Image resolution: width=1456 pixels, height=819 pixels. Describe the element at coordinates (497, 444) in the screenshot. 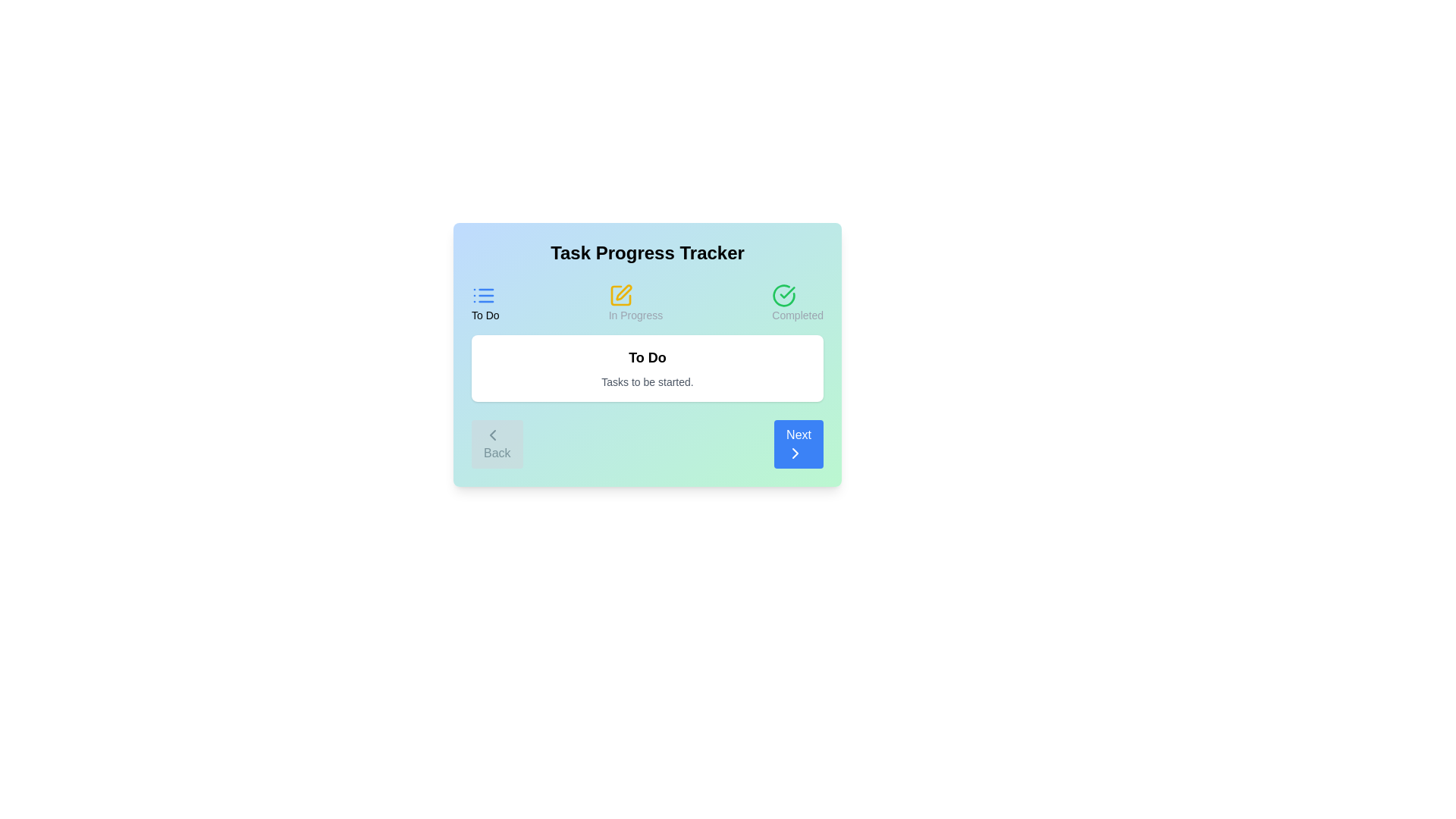

I see `'Back' button to navigate to the previous step` at that location.